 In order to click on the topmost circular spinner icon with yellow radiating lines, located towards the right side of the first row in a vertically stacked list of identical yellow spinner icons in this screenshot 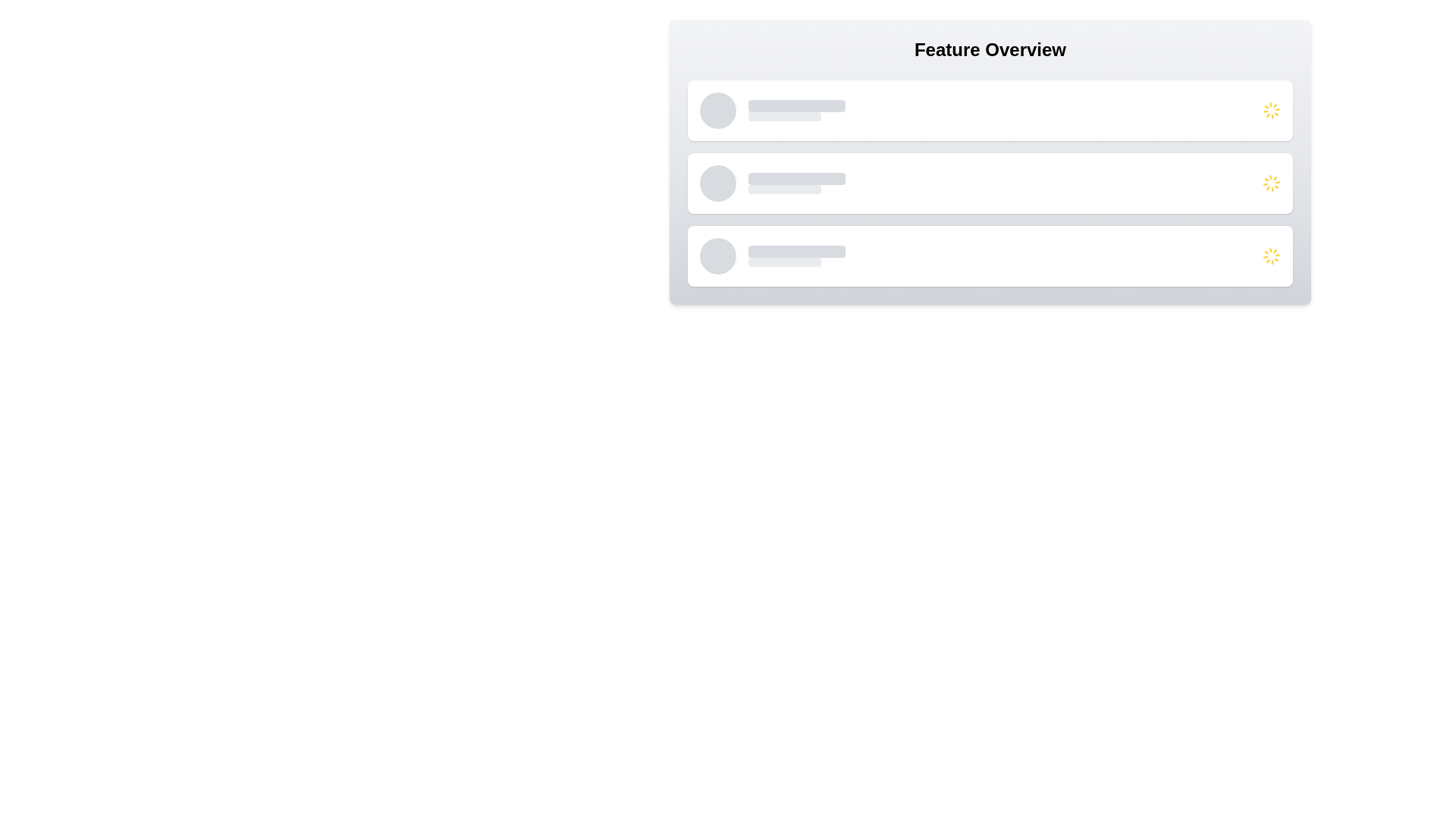, I will do `click(1271, 110)`.